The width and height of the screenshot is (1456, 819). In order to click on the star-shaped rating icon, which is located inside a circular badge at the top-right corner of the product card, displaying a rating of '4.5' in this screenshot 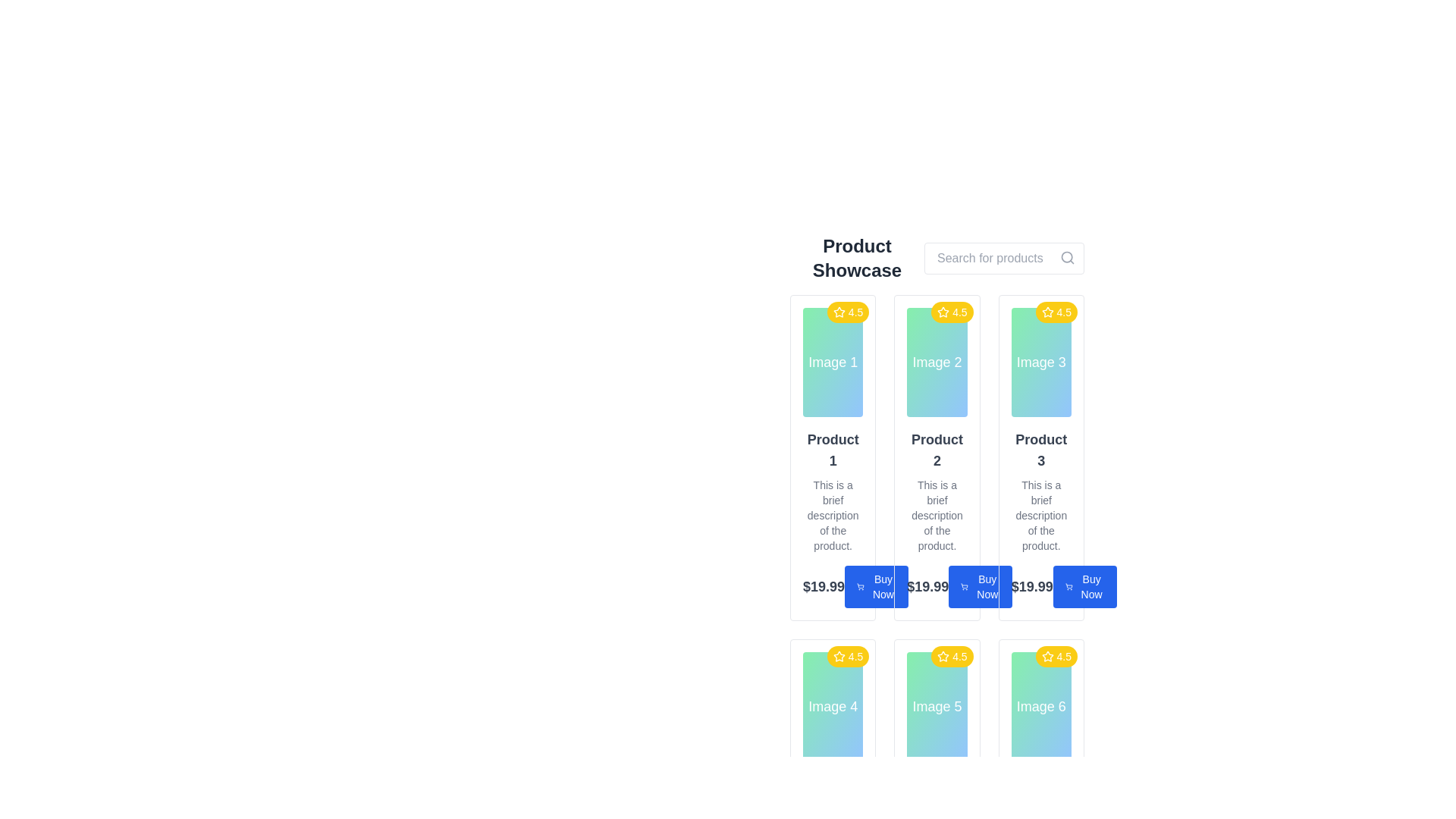, I will do `click(1046, 312)`.